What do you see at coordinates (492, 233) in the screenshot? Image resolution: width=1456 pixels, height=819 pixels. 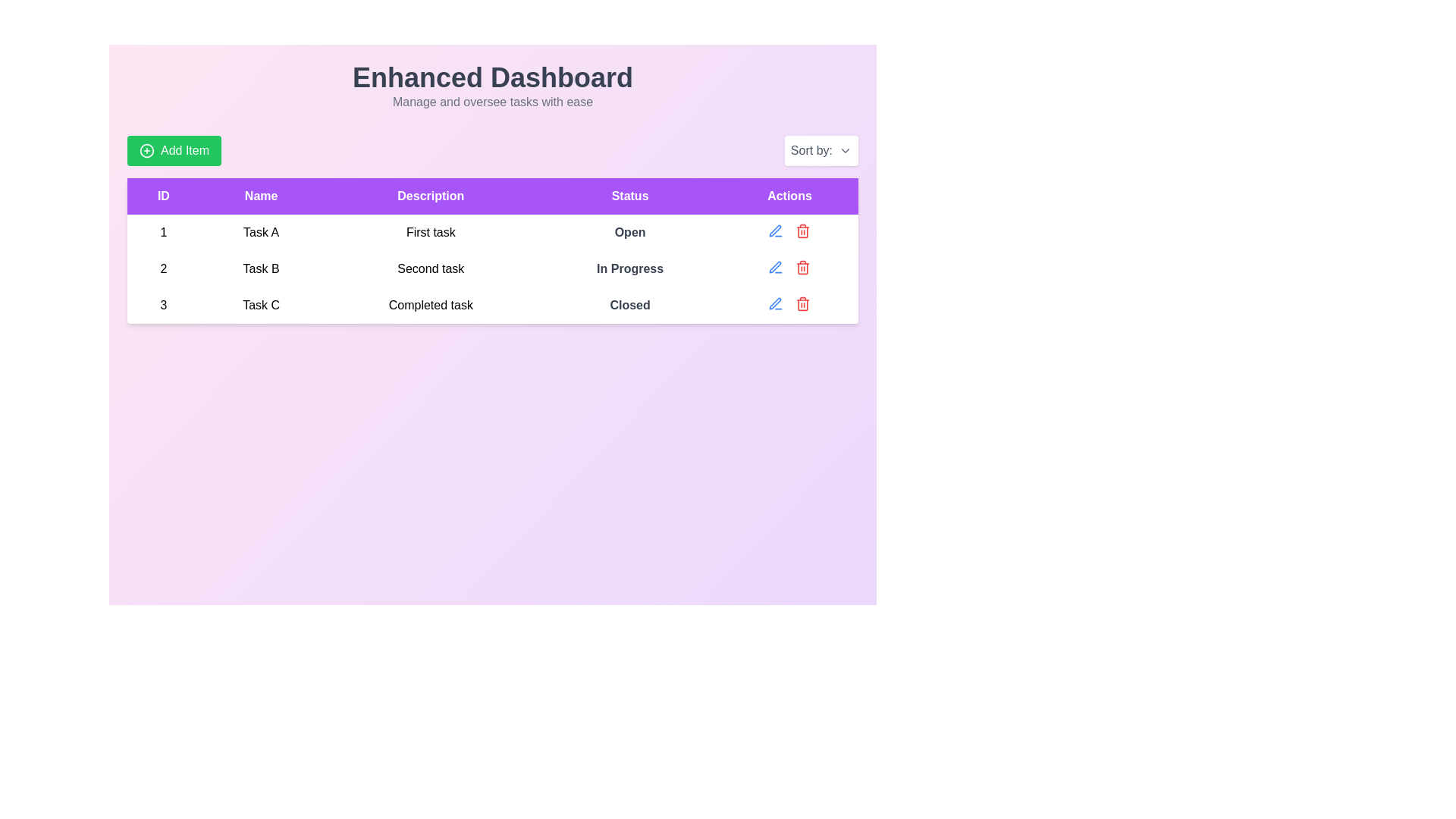 I see `on the first row of the data table titled 'Enhanced Dashboard', which contains the task name 'Task A'` at bounding box center [492, 233].